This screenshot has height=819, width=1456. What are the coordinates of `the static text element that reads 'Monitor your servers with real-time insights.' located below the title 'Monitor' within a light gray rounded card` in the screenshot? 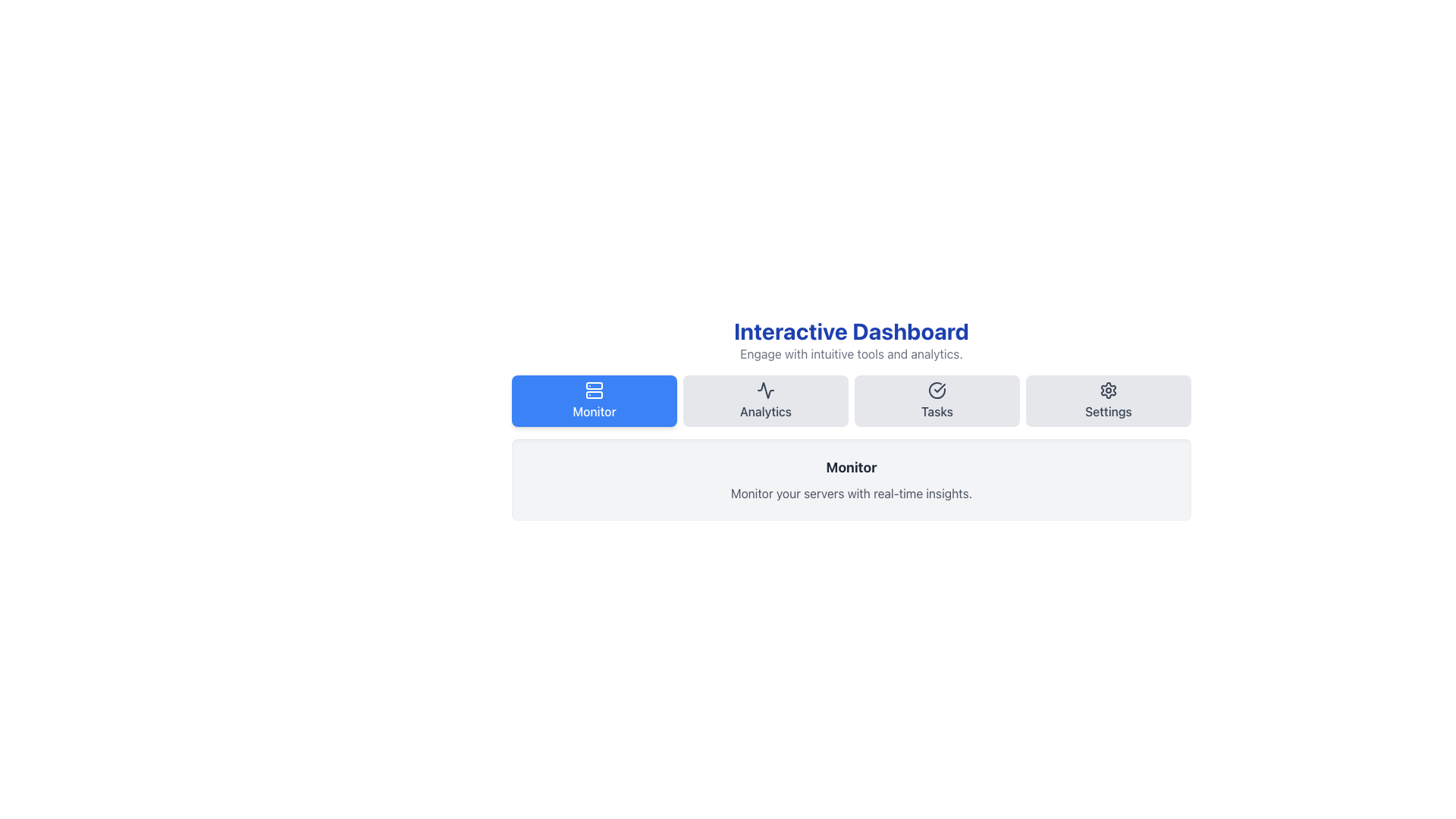 It's located at (852, 494).